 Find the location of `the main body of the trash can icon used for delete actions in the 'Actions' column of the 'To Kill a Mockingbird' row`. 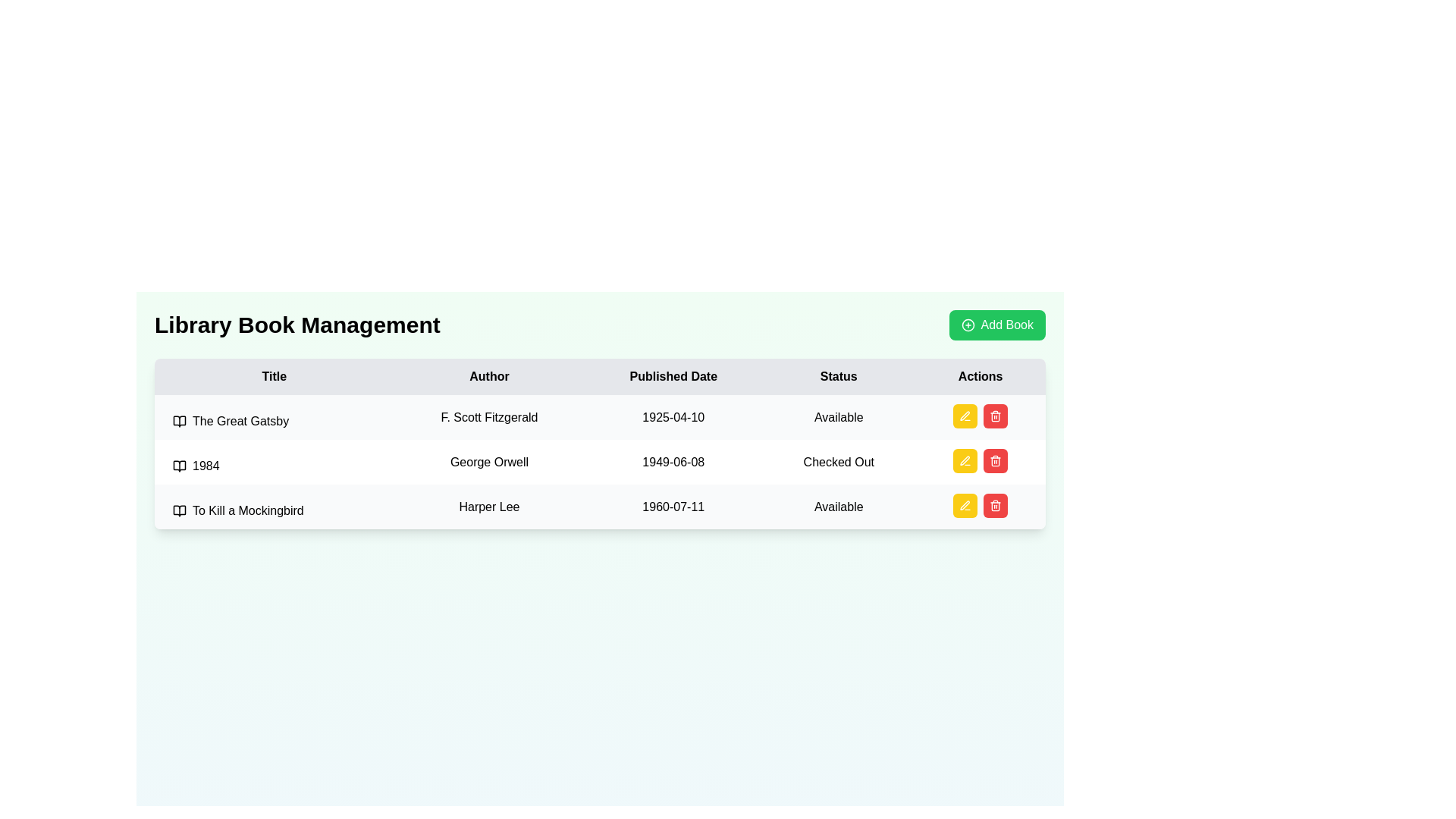

the main body of the trash can icon used for delete actions in the 'Actions' column of the 'To Kill a Mockingbird' row is located at coordinates (996, 507).